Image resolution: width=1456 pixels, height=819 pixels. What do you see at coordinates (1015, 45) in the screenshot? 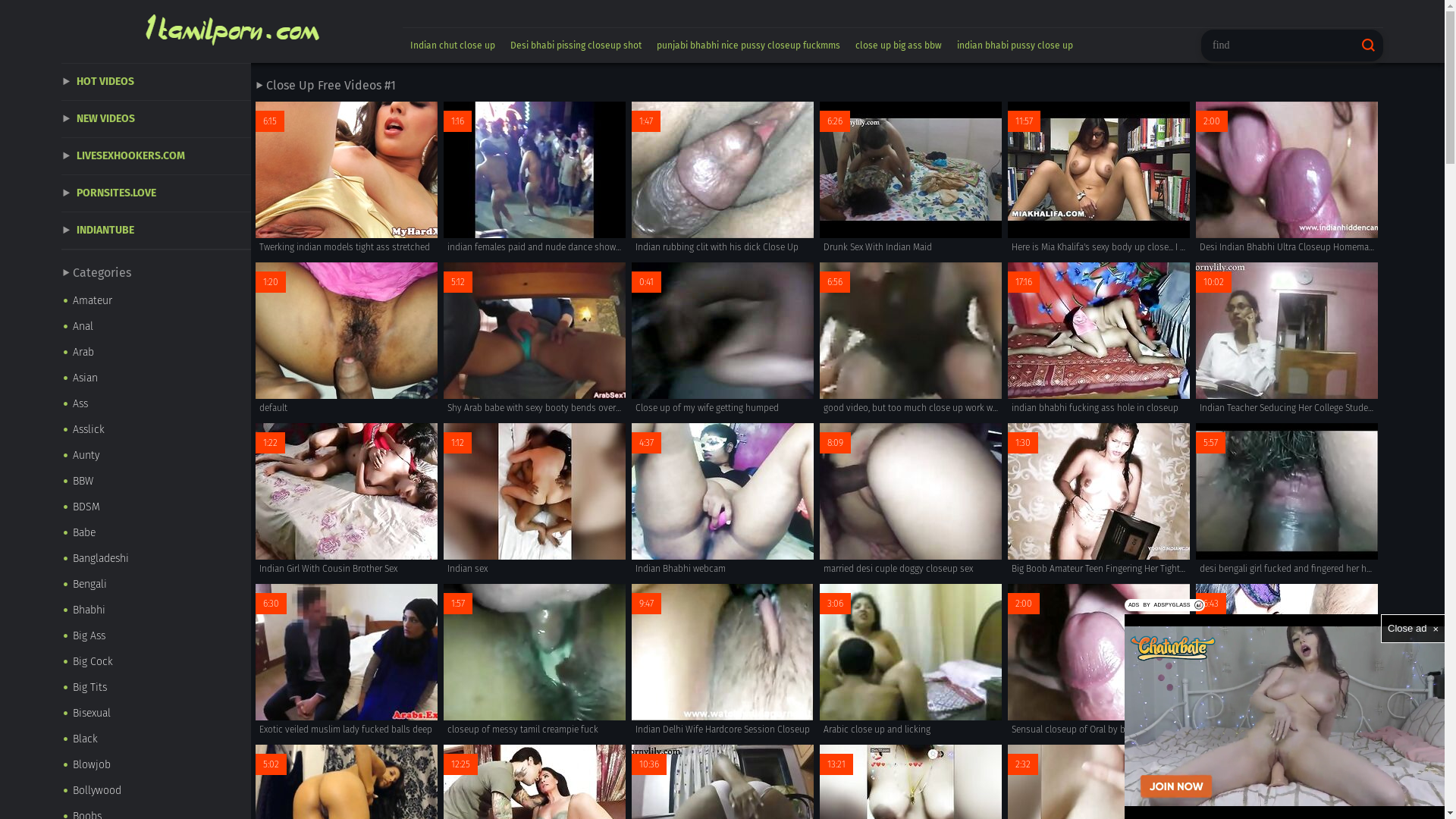
I see `'indian bhabi pussy close up'` at bounding box center [1015, 45].